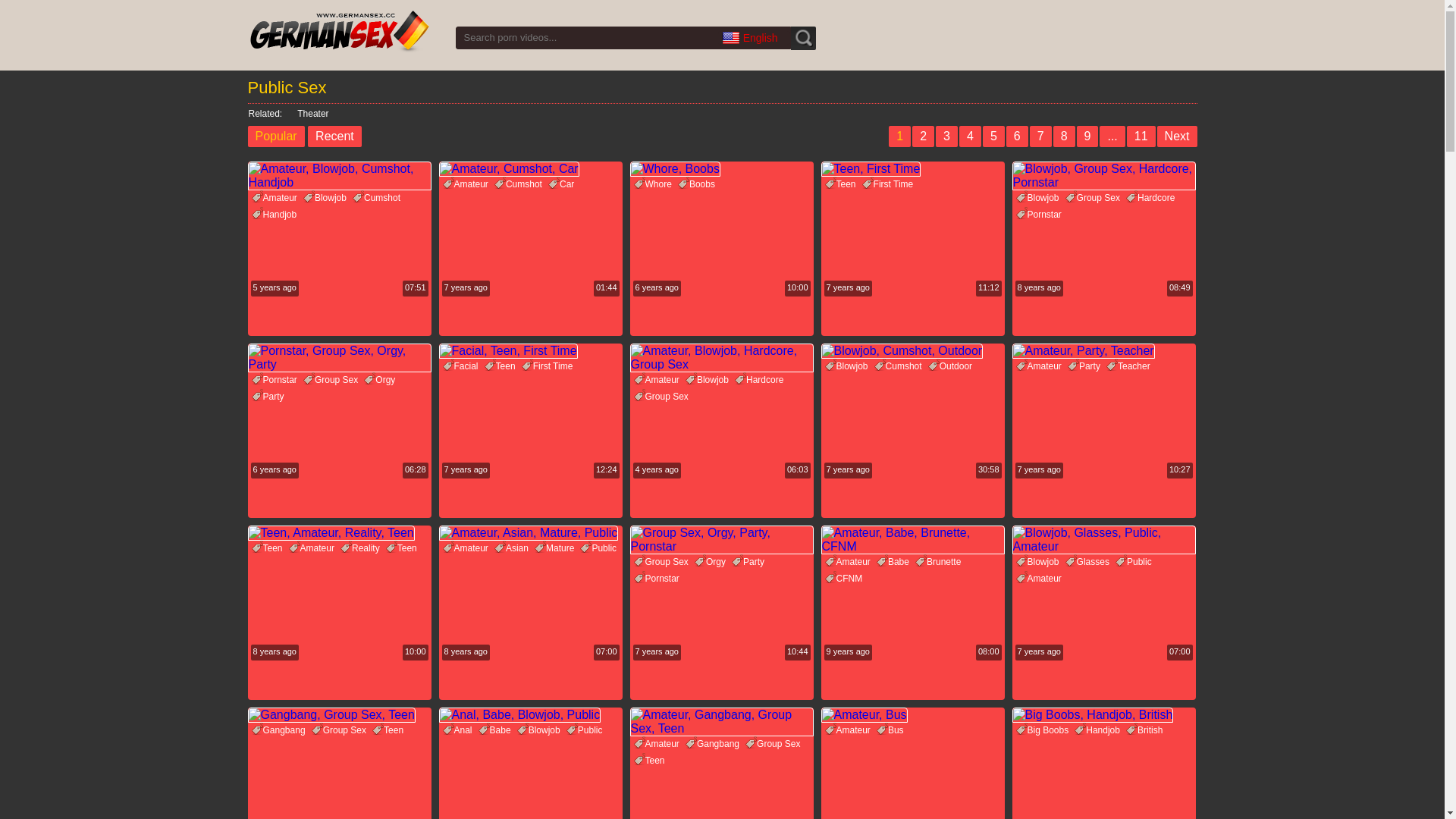  Describe the element at coordinates (698, 184) in the screenshot. I see `'Boobs'` at that location.